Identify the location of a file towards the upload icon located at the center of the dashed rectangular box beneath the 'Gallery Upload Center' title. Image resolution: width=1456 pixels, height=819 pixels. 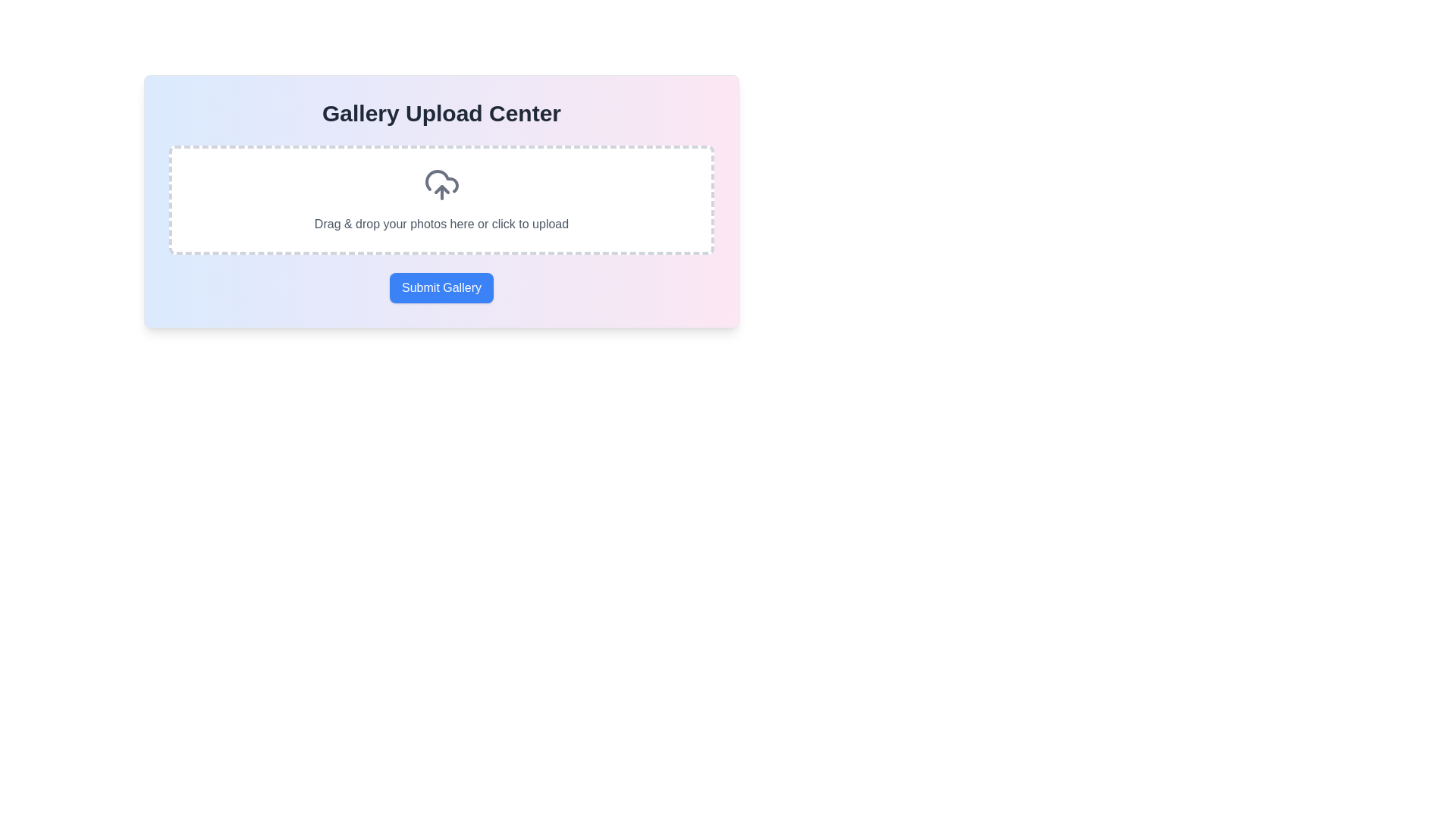
(441, 184).